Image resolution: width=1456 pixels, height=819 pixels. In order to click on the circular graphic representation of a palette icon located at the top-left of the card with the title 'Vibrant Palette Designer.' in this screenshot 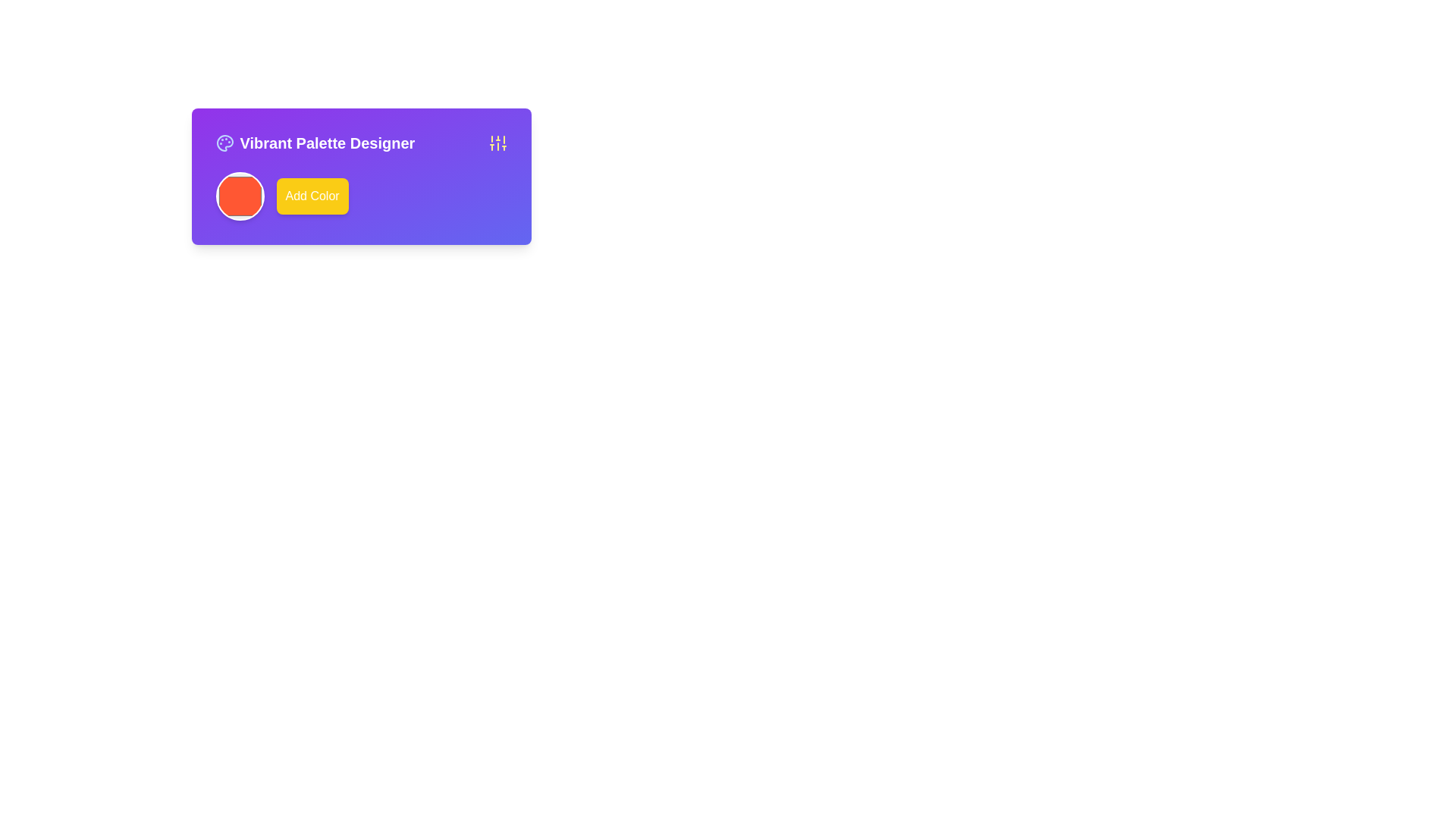, I will do `click(224, 143)`.